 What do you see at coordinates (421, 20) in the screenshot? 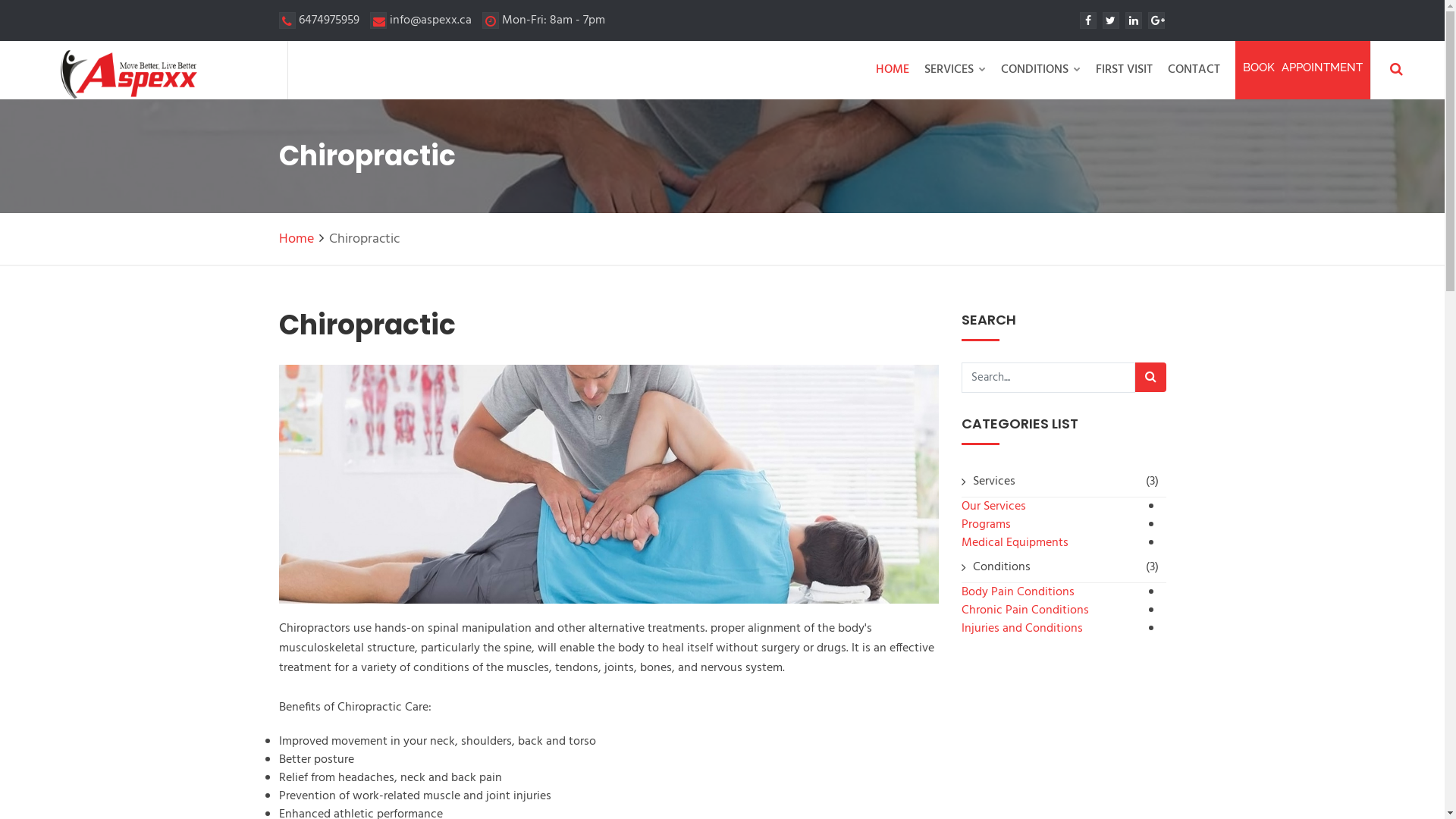
I see `'info@aspexx.ca'` at bounding box center [421, 20].